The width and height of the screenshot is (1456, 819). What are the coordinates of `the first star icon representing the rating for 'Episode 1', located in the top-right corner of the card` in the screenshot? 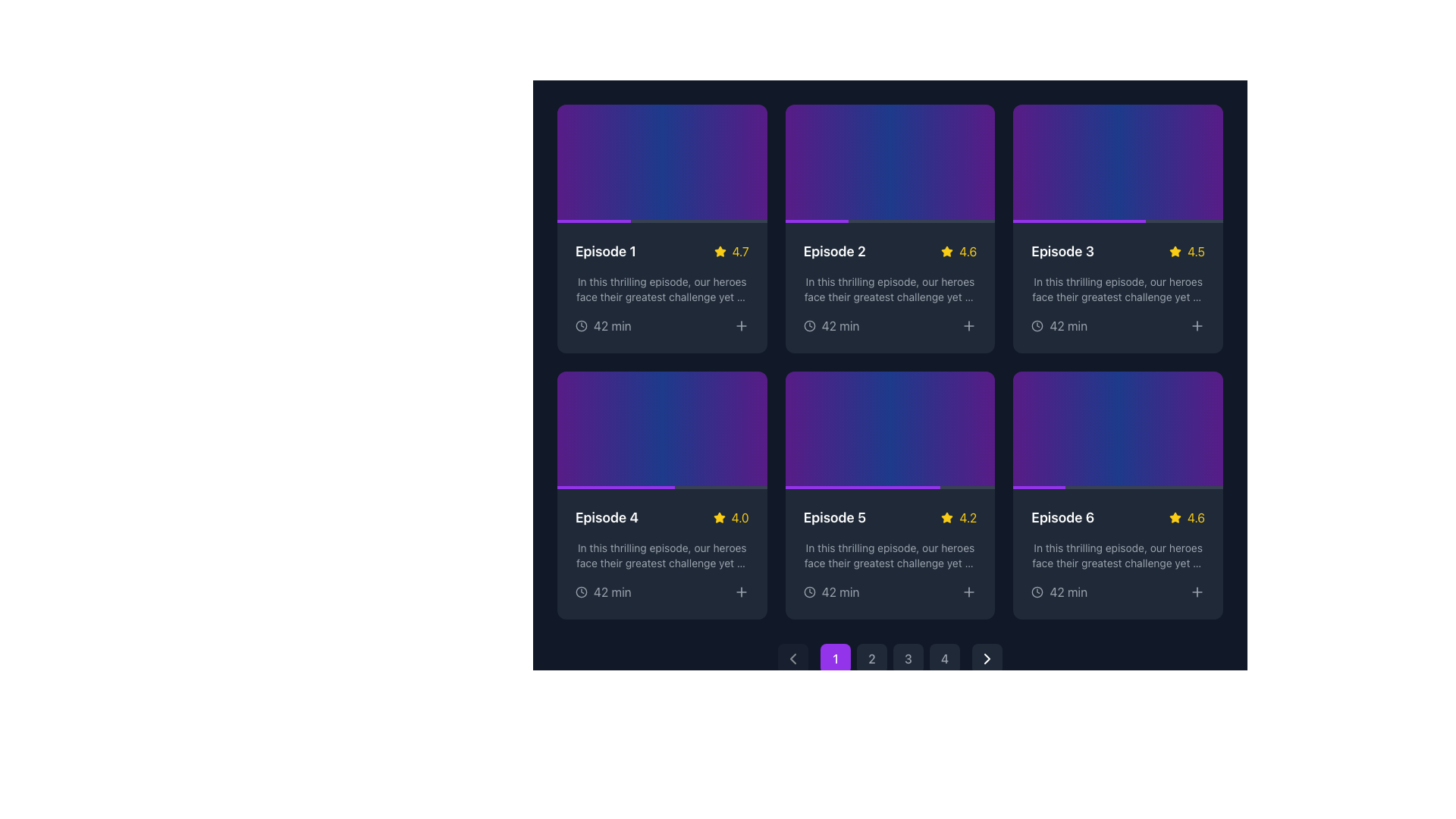 It's located at (719, 250).